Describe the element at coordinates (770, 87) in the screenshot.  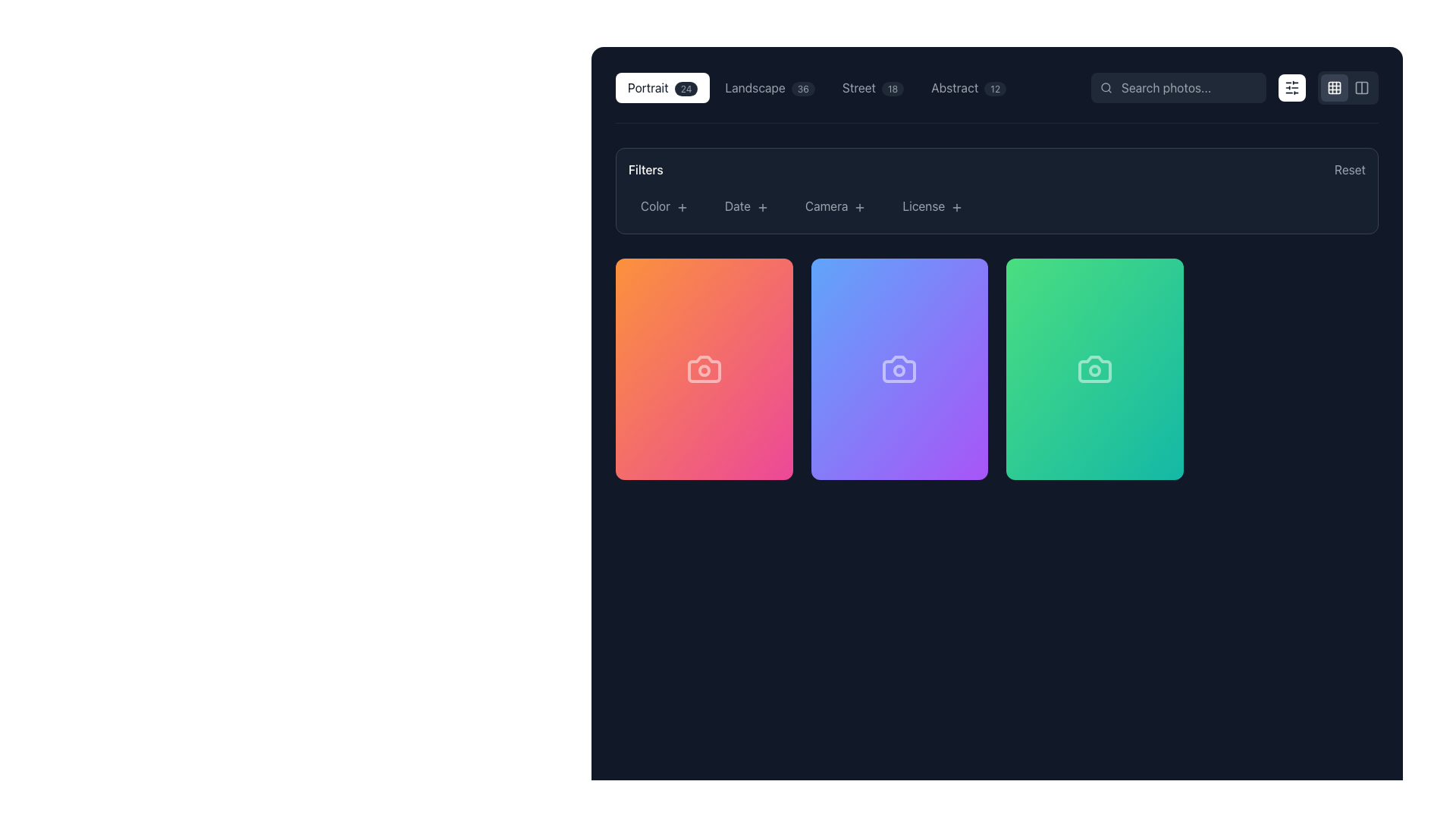
I see `the 'Landscape' category selector button located between the 'Portrait' and 'Street' buttons to change its color to white` at that location.